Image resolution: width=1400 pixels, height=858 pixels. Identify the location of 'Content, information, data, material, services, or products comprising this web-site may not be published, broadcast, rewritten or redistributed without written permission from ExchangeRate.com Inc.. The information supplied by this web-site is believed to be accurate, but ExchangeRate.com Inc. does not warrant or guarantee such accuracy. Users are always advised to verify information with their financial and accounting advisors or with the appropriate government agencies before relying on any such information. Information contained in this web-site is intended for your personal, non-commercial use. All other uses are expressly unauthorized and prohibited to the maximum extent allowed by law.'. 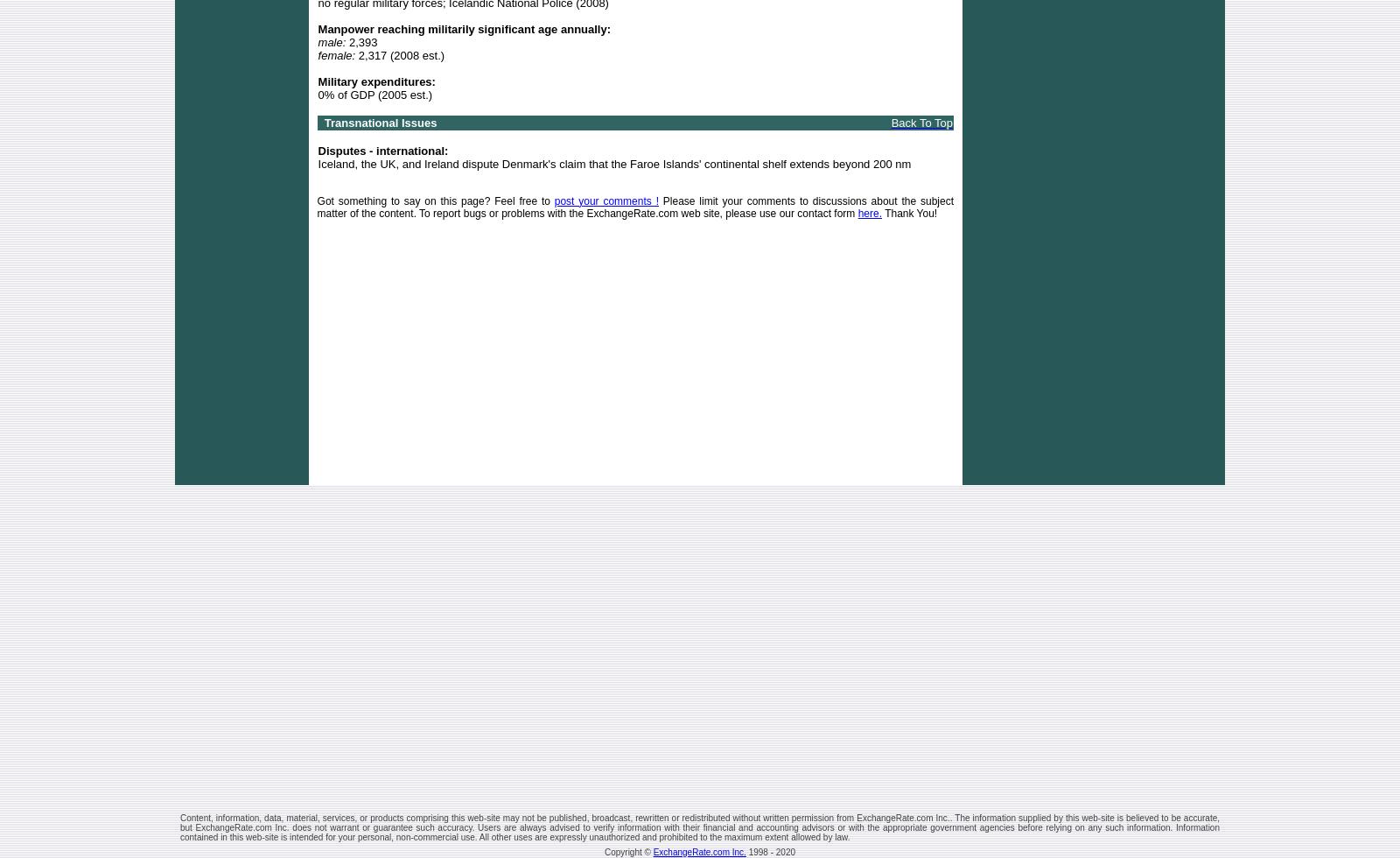
(700, 826).